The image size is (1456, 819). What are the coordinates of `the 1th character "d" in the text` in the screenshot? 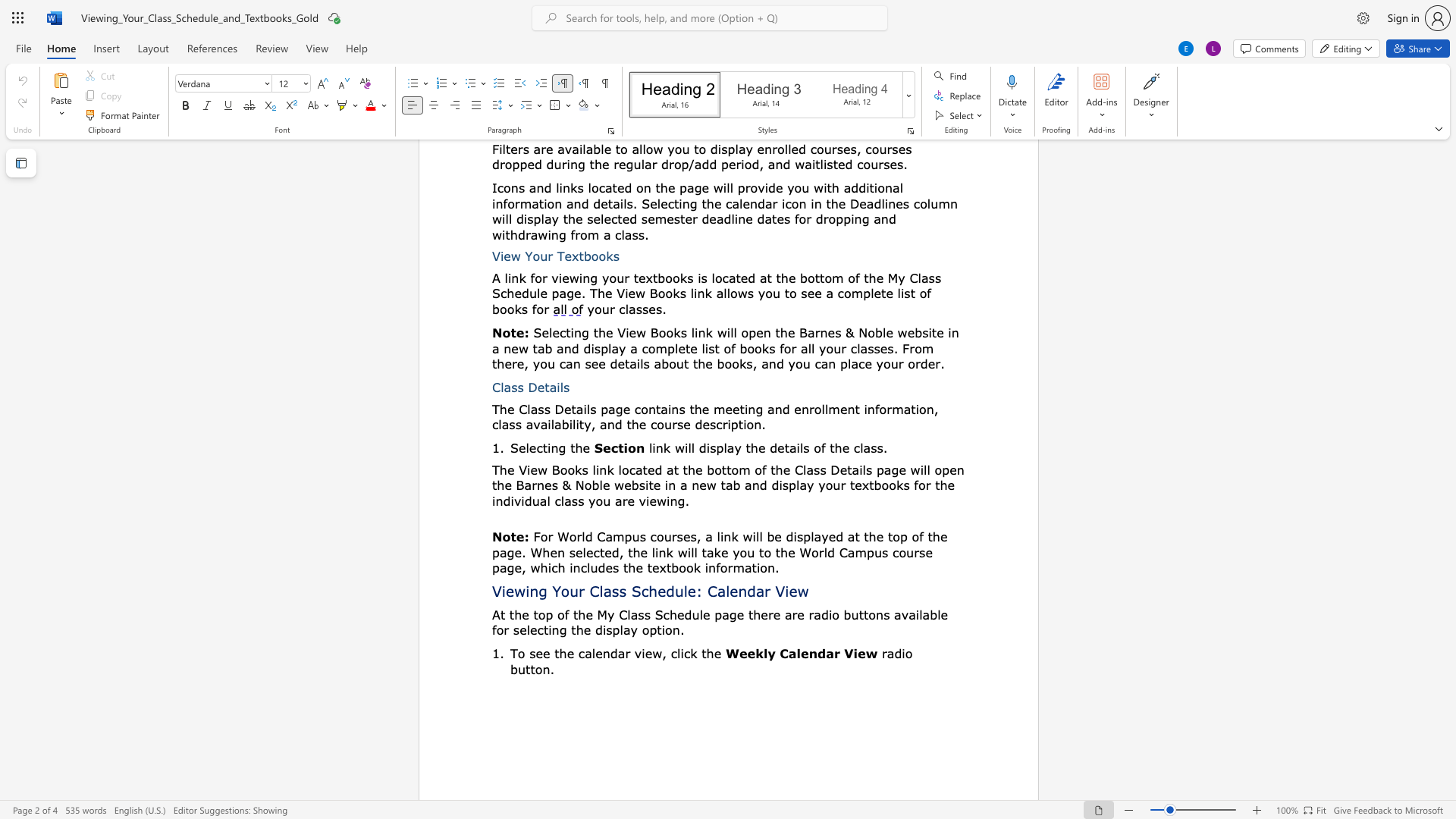 It's located at (670, 590).